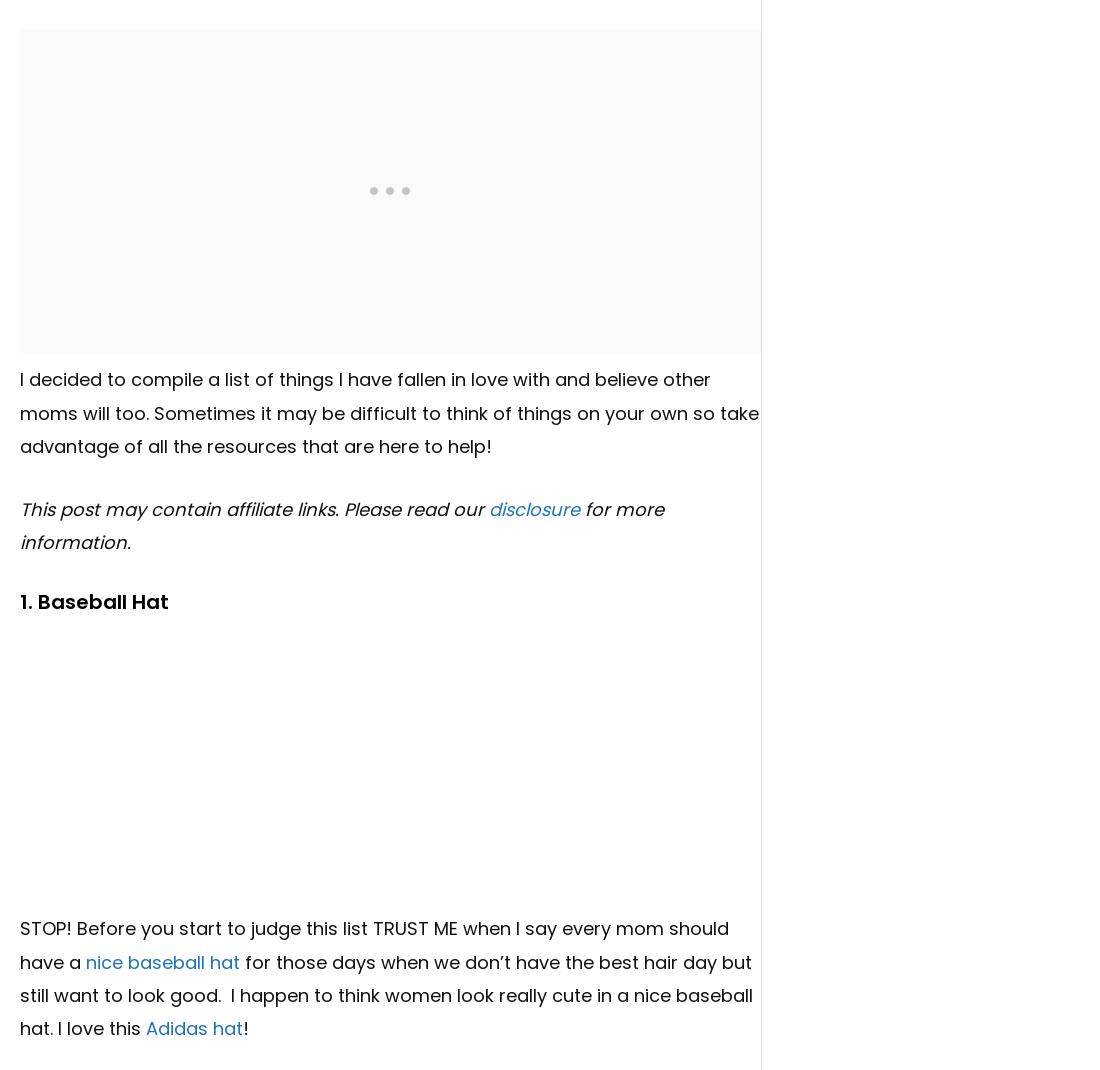 This screenshot has width=1100, height=1070. I want to click on 'nice baseball hat', so click(86, 960).